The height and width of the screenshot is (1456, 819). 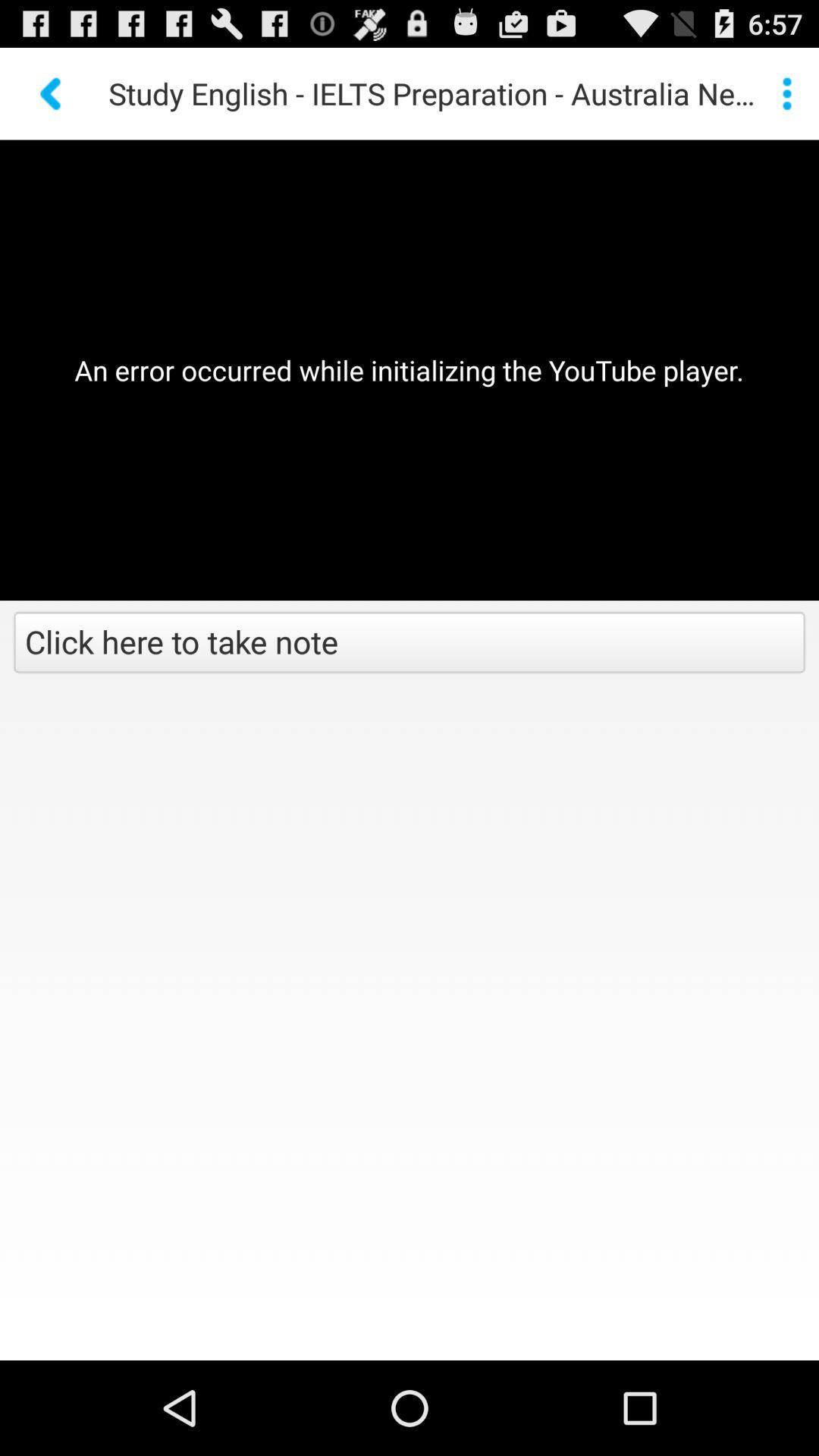 What do you see at coordinates (786, 93) in the screenshot?
I see `the icon above an error occurred item` at bounding box center [786, 93].